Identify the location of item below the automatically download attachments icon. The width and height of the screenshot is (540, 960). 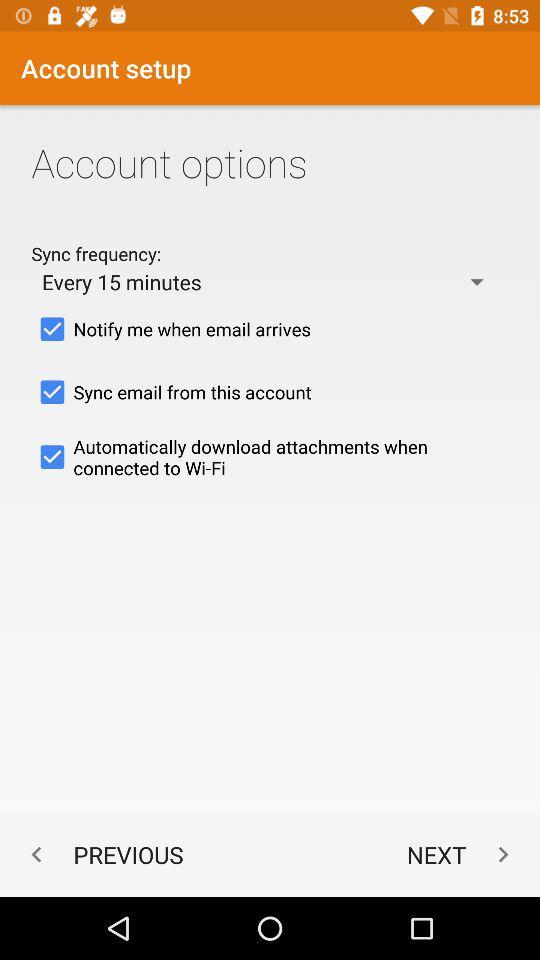
(102, 853).